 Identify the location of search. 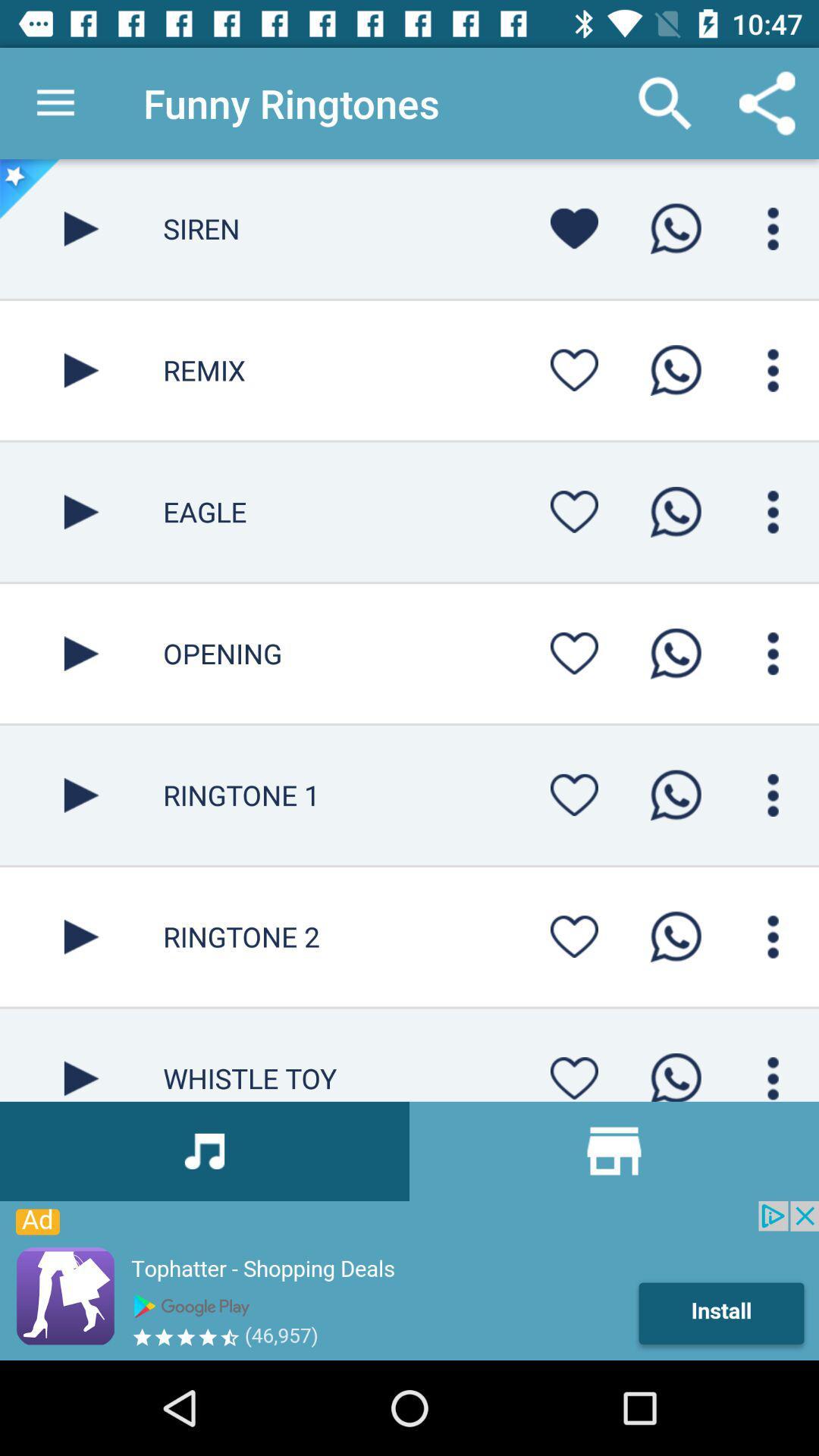
(773, 936).